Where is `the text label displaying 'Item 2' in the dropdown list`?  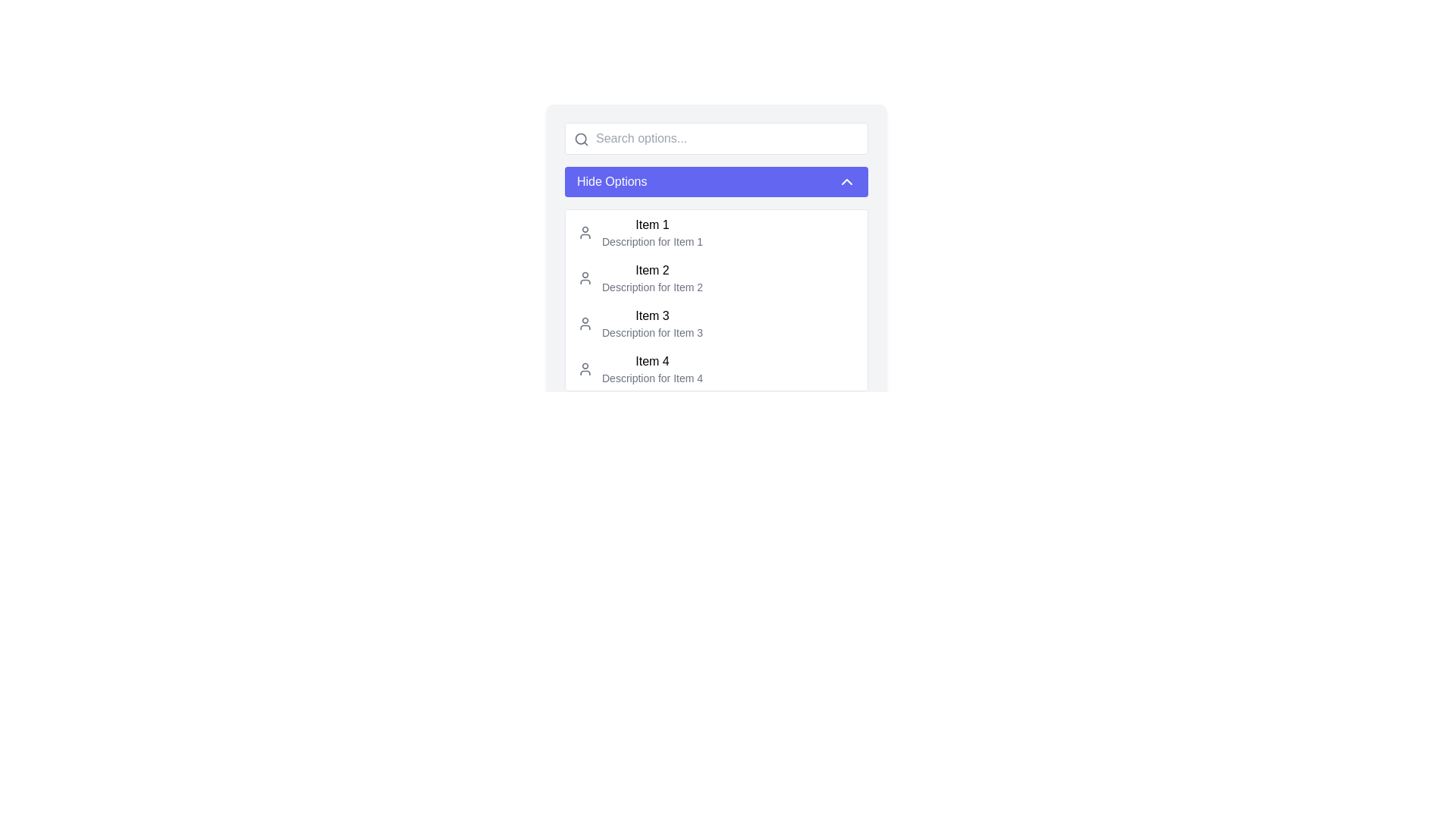
the text label displaying 'Item 2' in the dropdown list is located at coordinates (652, 270).